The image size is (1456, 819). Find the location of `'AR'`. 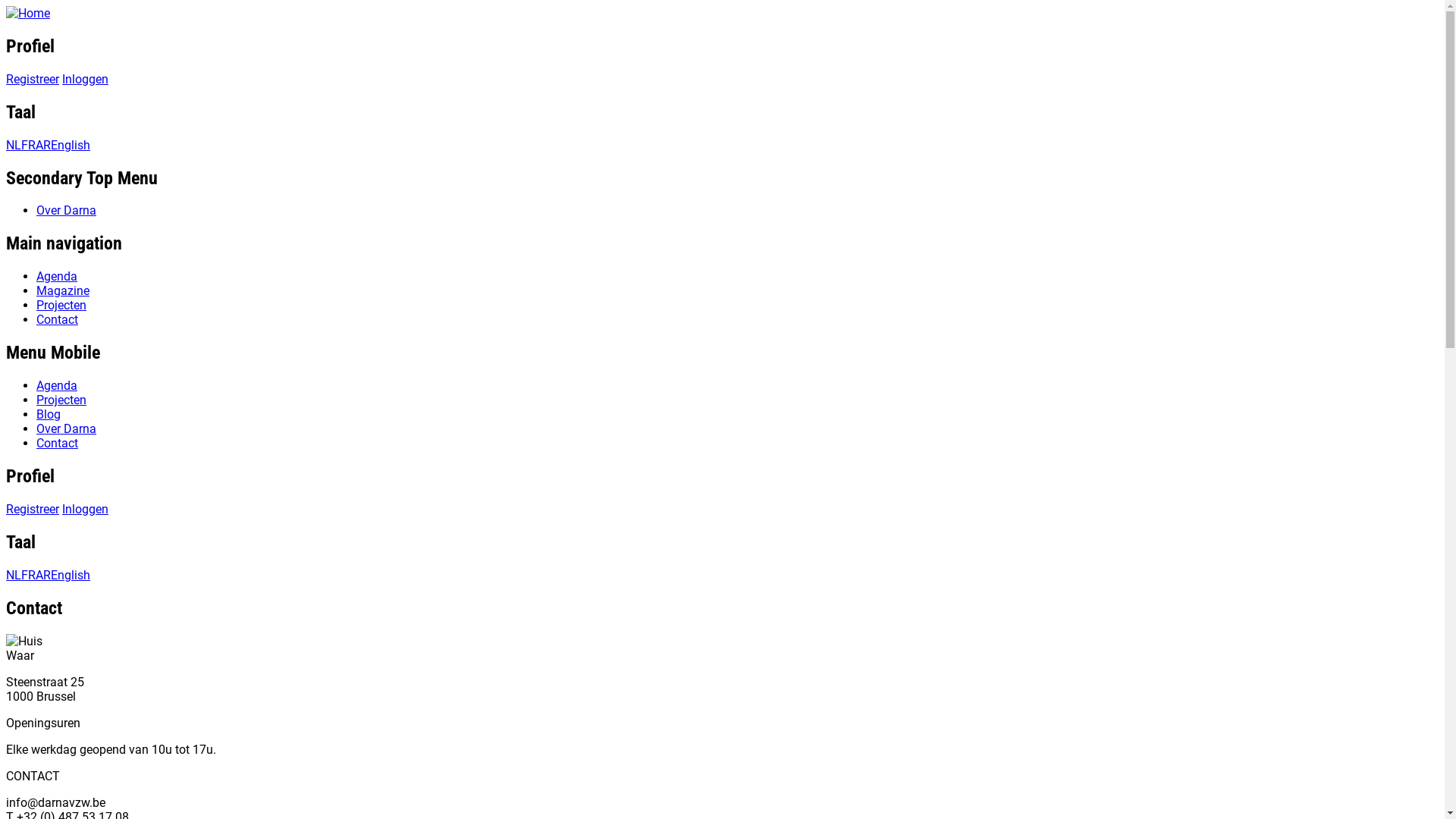

'AR' is located at coordinates (43, 575).